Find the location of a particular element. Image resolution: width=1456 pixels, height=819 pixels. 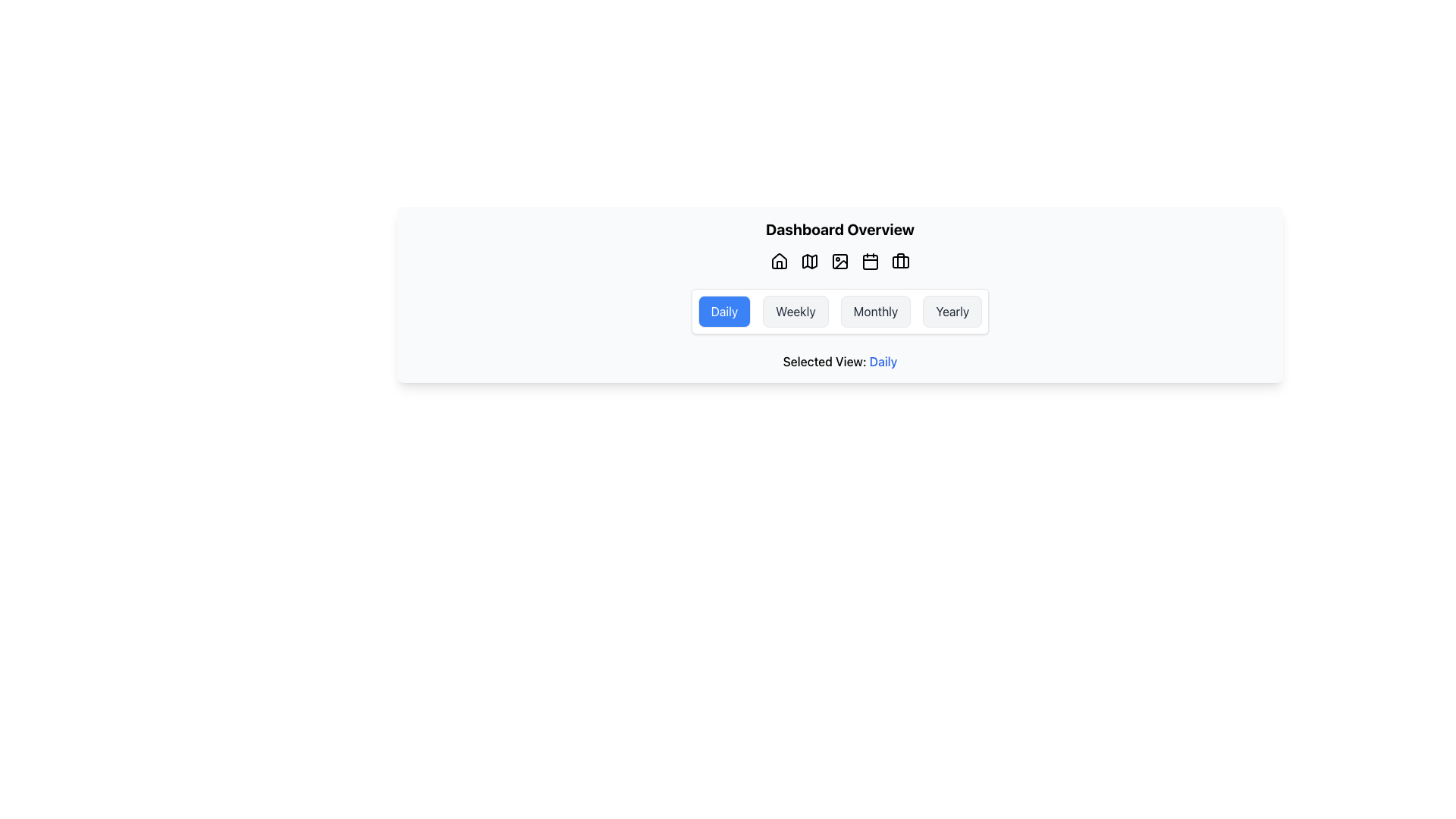

the fifth icon from the left in the horizontal icon bar below the 'Dashboard Overview' heading is located at coordinates (870, 260).